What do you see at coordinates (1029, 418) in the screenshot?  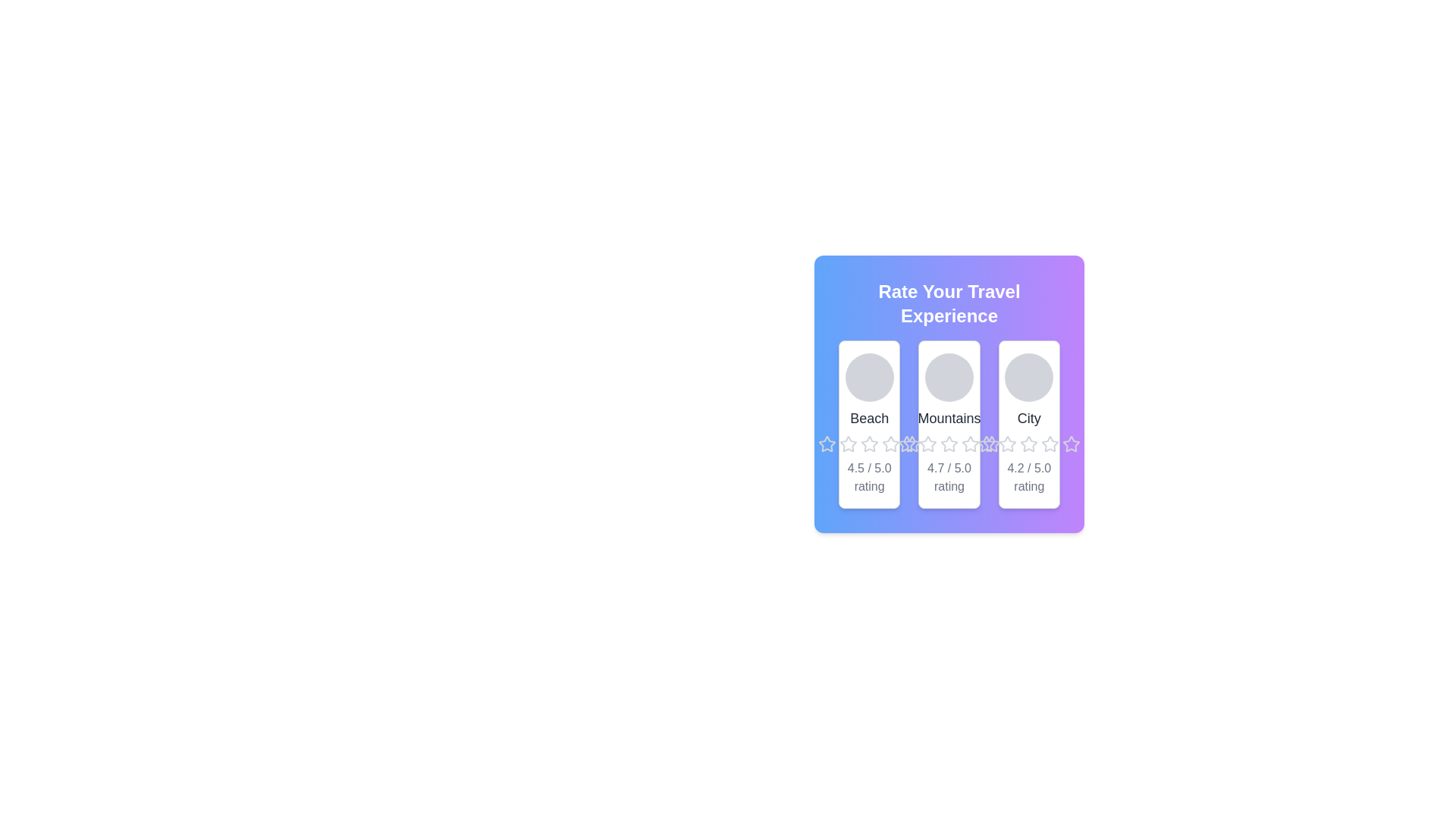 I see `the 'City' label which is medium gray, center-aligned, located below a circular gray avatar and above a star rating row, within a card titled 'Rate Your Travel Experience'` at bounding box center [1029, 418].